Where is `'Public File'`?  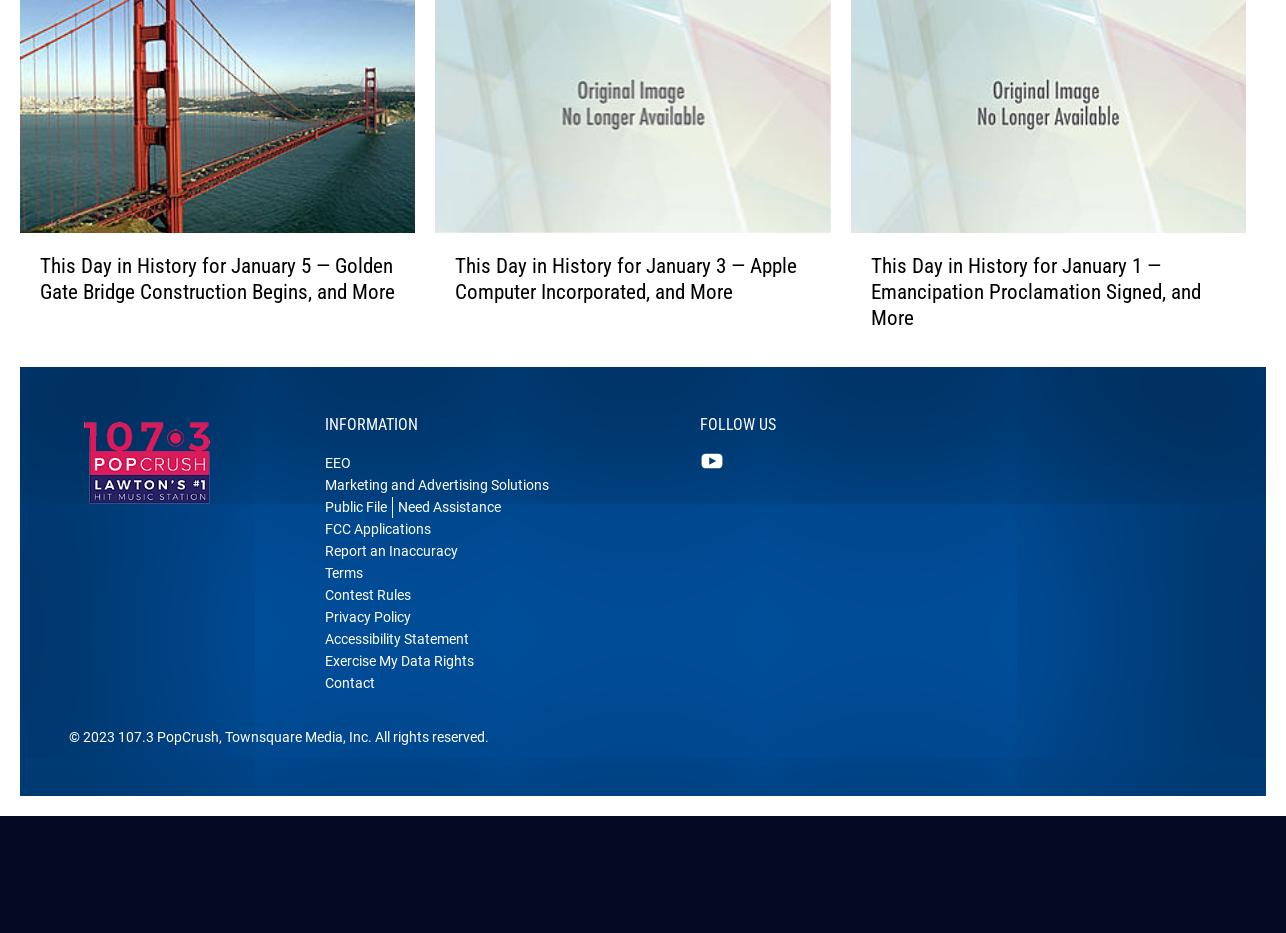 'Public File' is located at coordinates (354, 536).